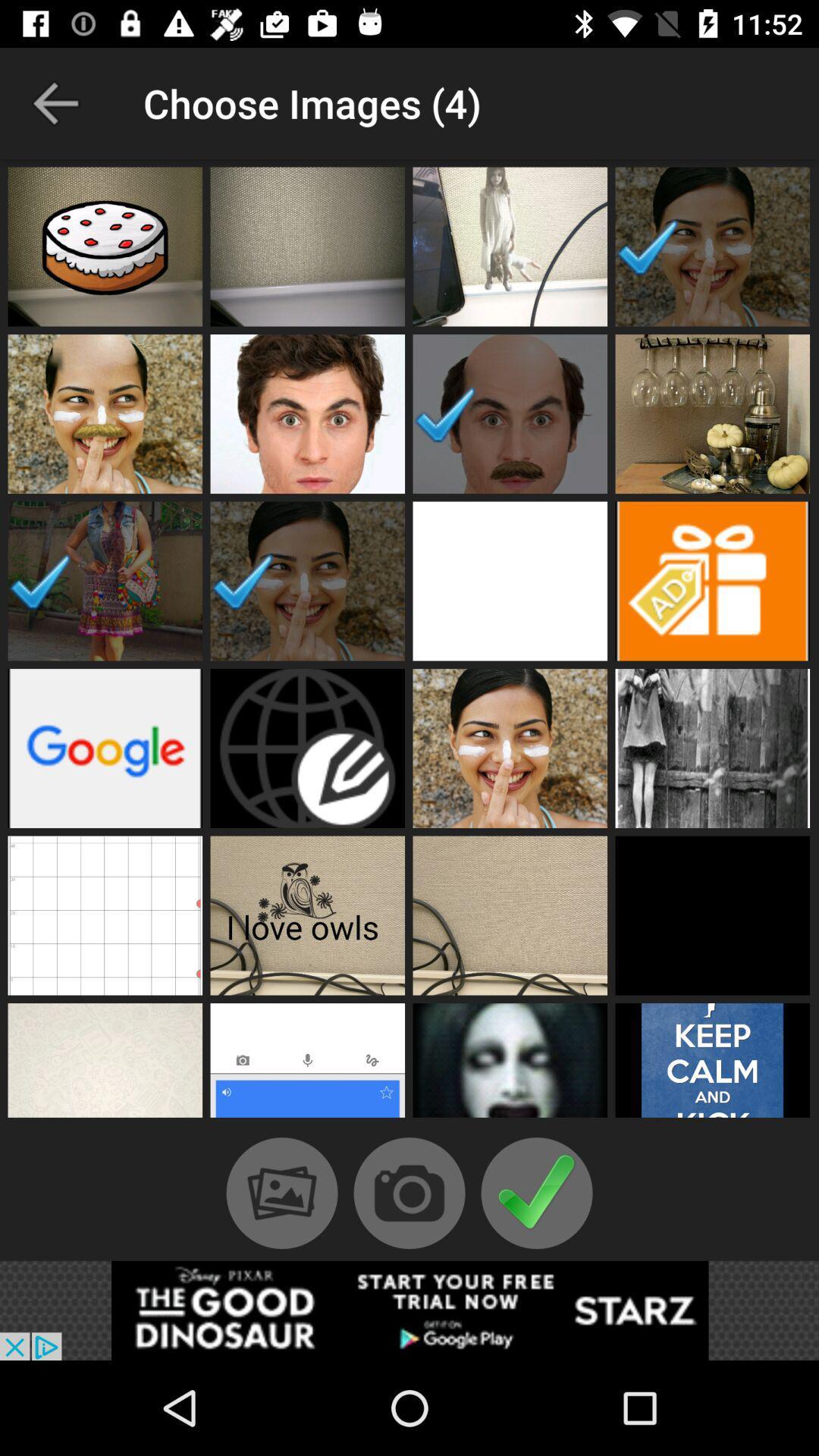 Image resolution: width=819 pixels, height=1456 pixels. What do you see at coordinates (510, 748) in the screenshot?
I see `image` at bounding box center [510, 748].